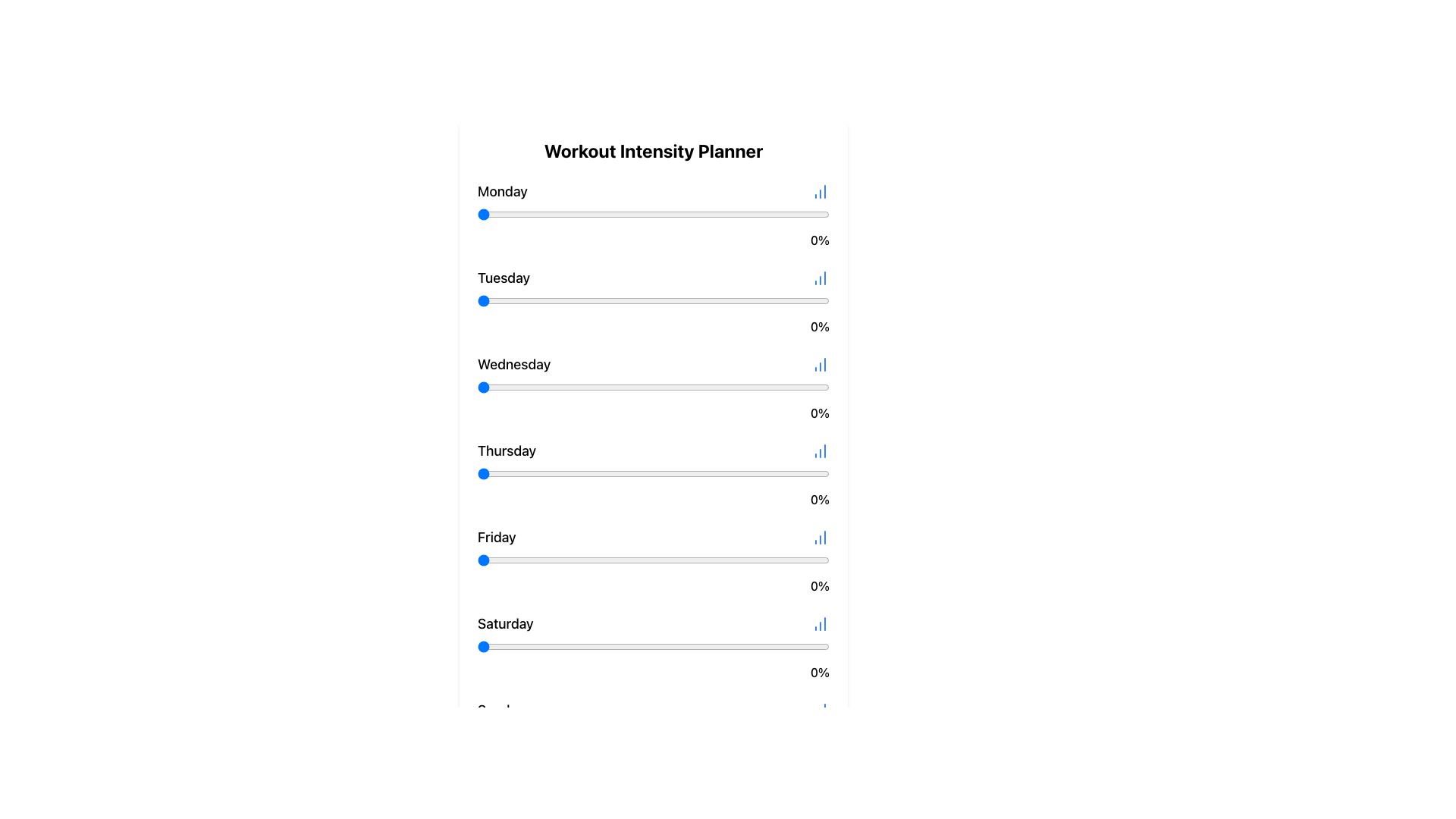 This screenshot has width=1456, height=819. What do you see at coordinates (654, 365) in the screenshot?
I see `the bar chart icon adjacent to the 'Wednesday' text in the weekly planner interface for additional data` at bounding box center [654, 365].